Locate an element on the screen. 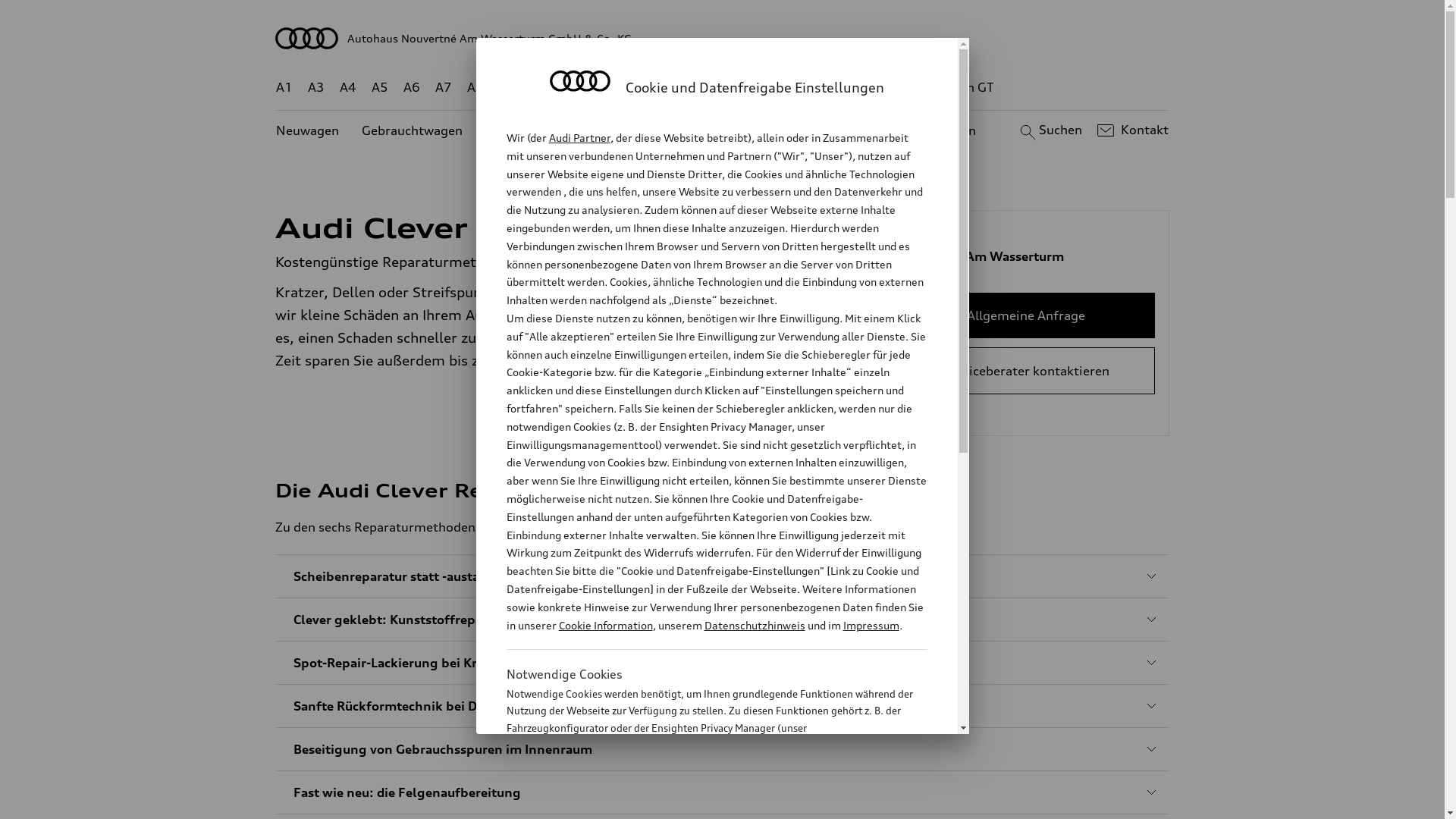  'Q2' is located at coordinates (507, 87).